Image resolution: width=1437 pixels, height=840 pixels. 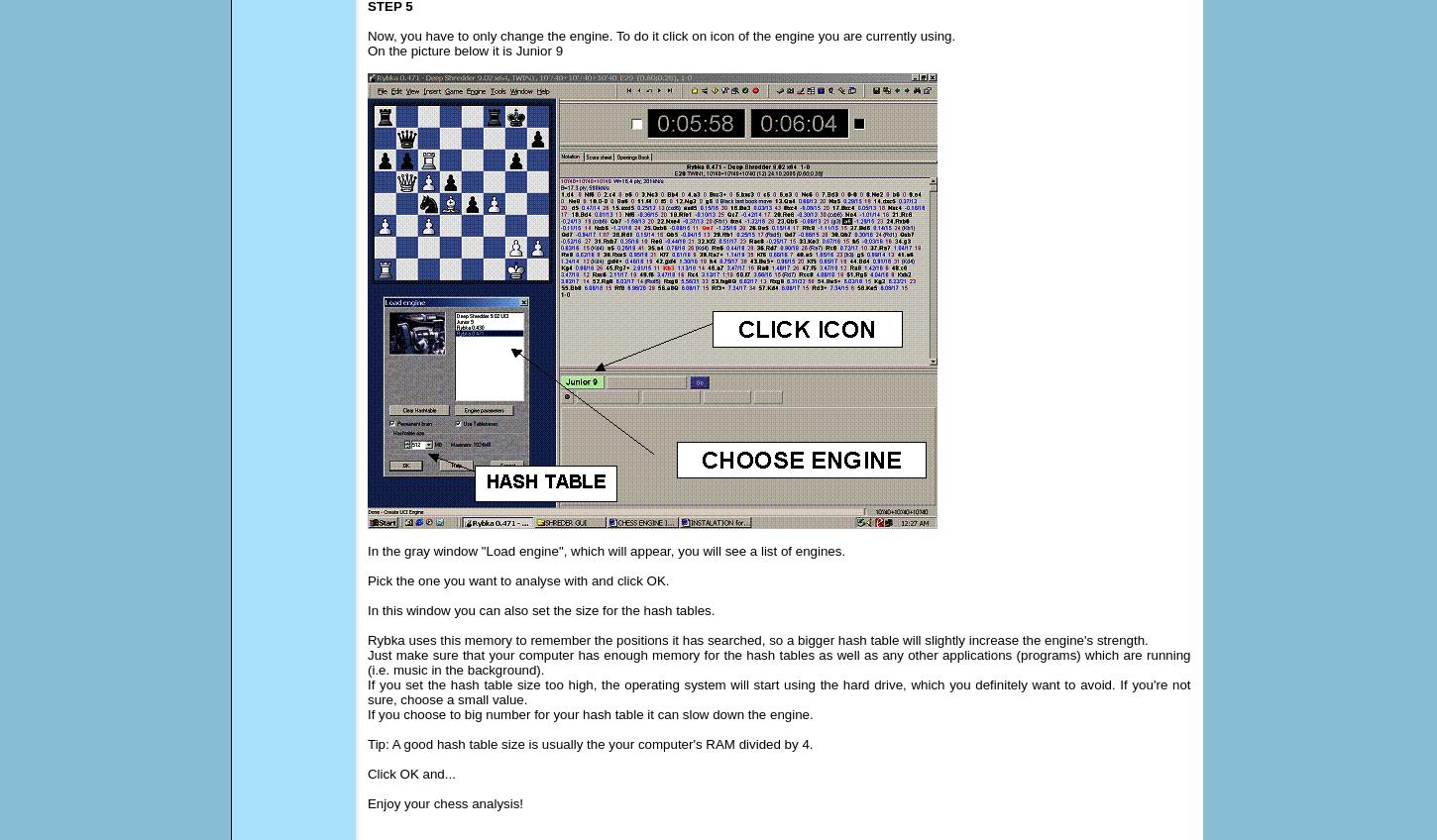 I want to click on 'If you choose to big number for your hash table it can slow down the engine.', so click(x=589, y=714).